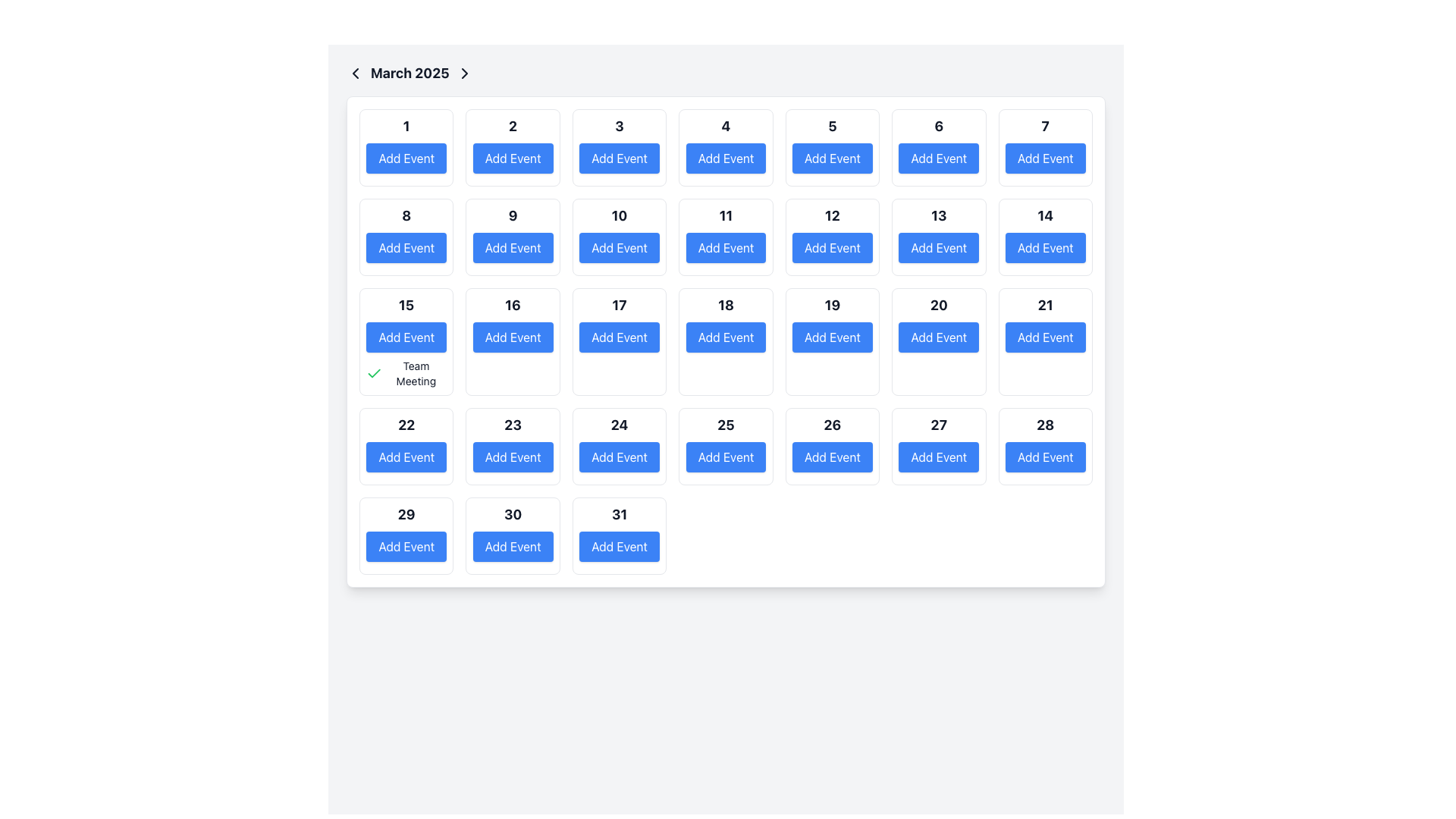  Describe the element at coordinates (1044, 336) in the screenshot. I see `the blue rectangular button with rounded corners labeled 'Add Event' located in the grid for March 21st to initiate adding an event` at that location.